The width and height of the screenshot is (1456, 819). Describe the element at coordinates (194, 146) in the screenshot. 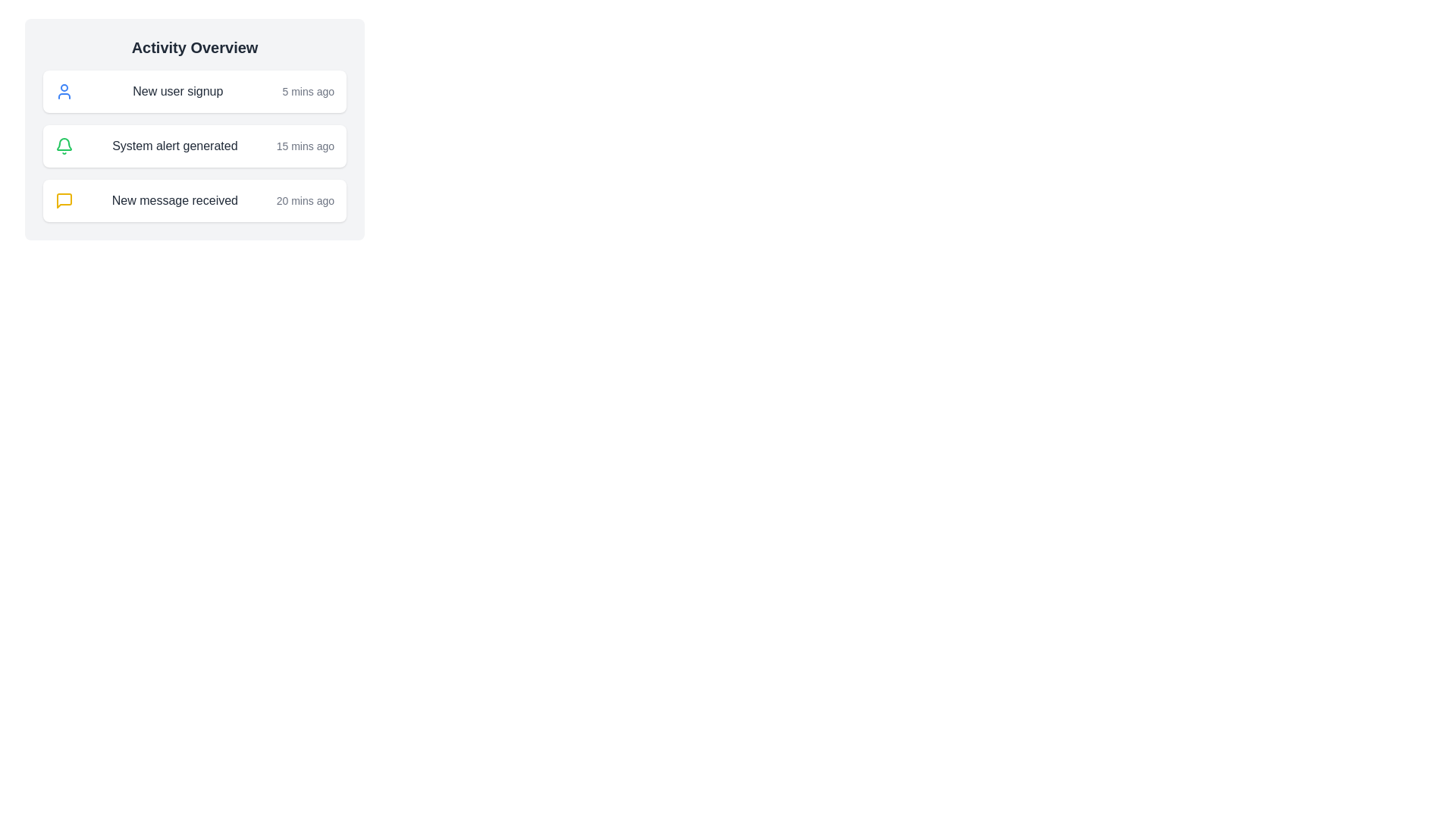

I see `the notification entry box displaying a bell icon with the text 'System alert generated' and a timestamp '15 mins ago'` at that location.